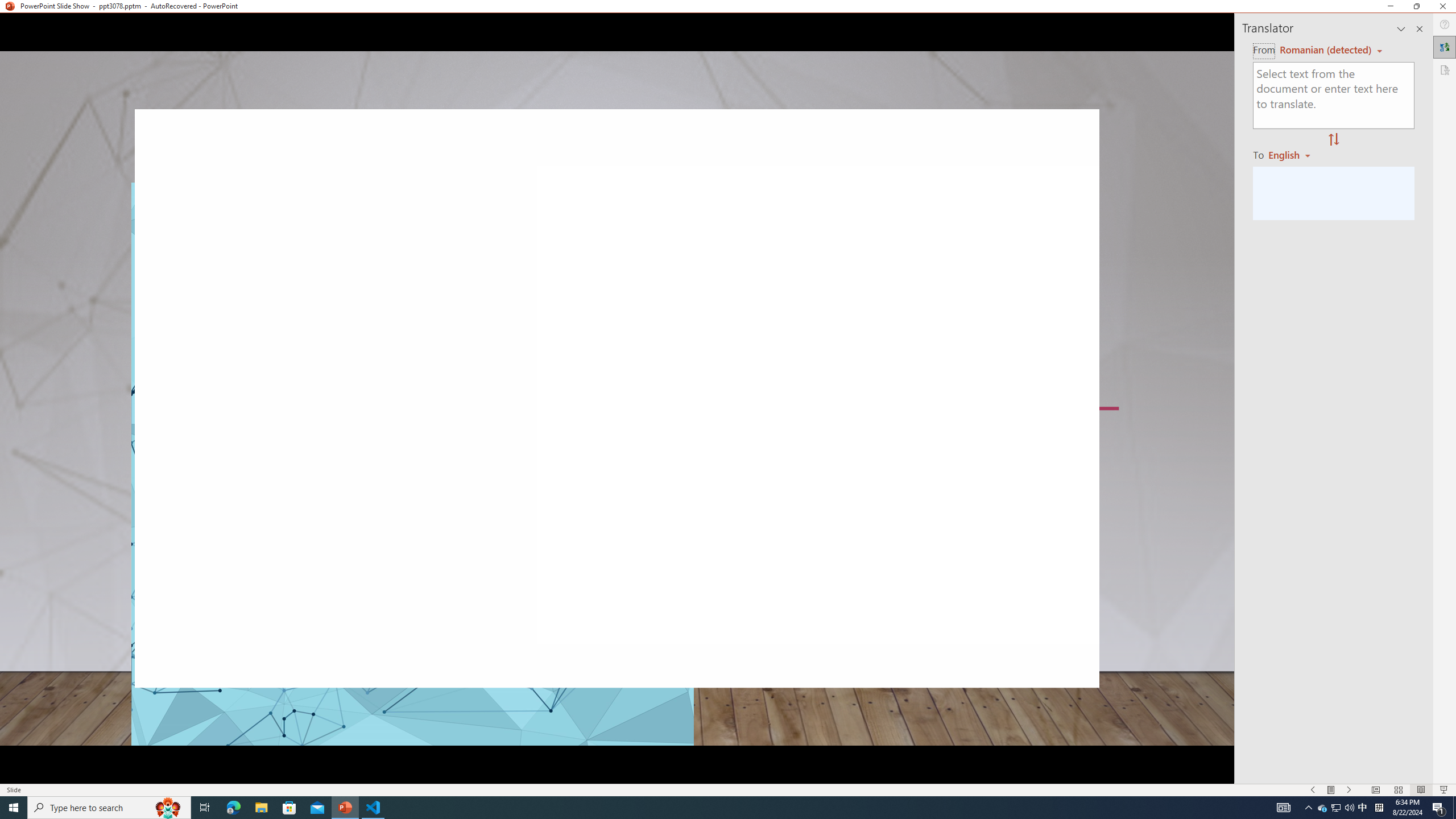 Image resolution: width=1456 pixels, height=819 pixels. I want to click on 'Menu On', so click(1331, 790).